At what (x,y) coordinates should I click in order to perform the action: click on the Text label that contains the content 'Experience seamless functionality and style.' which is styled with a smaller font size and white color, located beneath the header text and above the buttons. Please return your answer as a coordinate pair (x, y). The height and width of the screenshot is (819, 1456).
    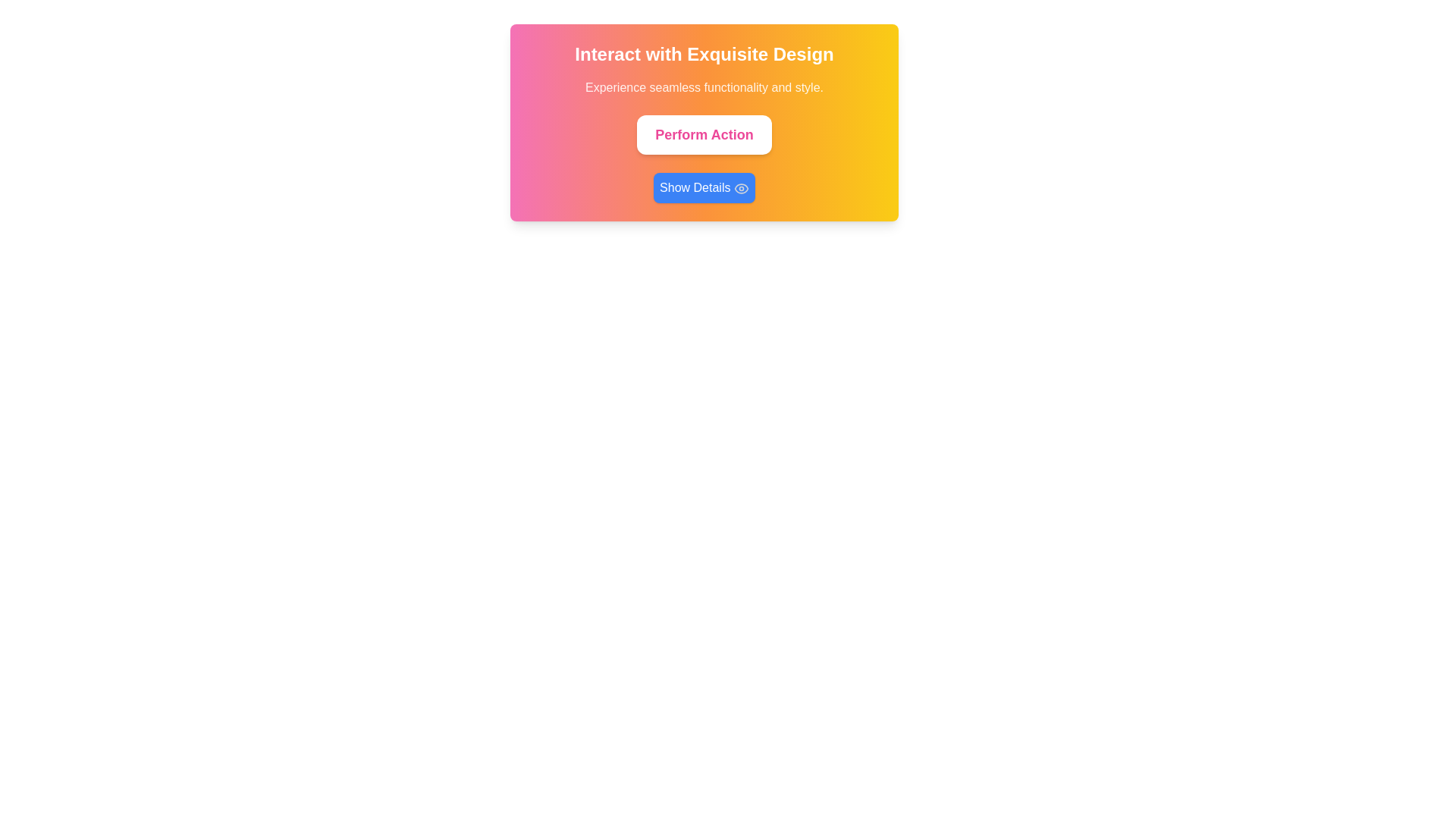
    Looking at the image, I should click on (704, 87).